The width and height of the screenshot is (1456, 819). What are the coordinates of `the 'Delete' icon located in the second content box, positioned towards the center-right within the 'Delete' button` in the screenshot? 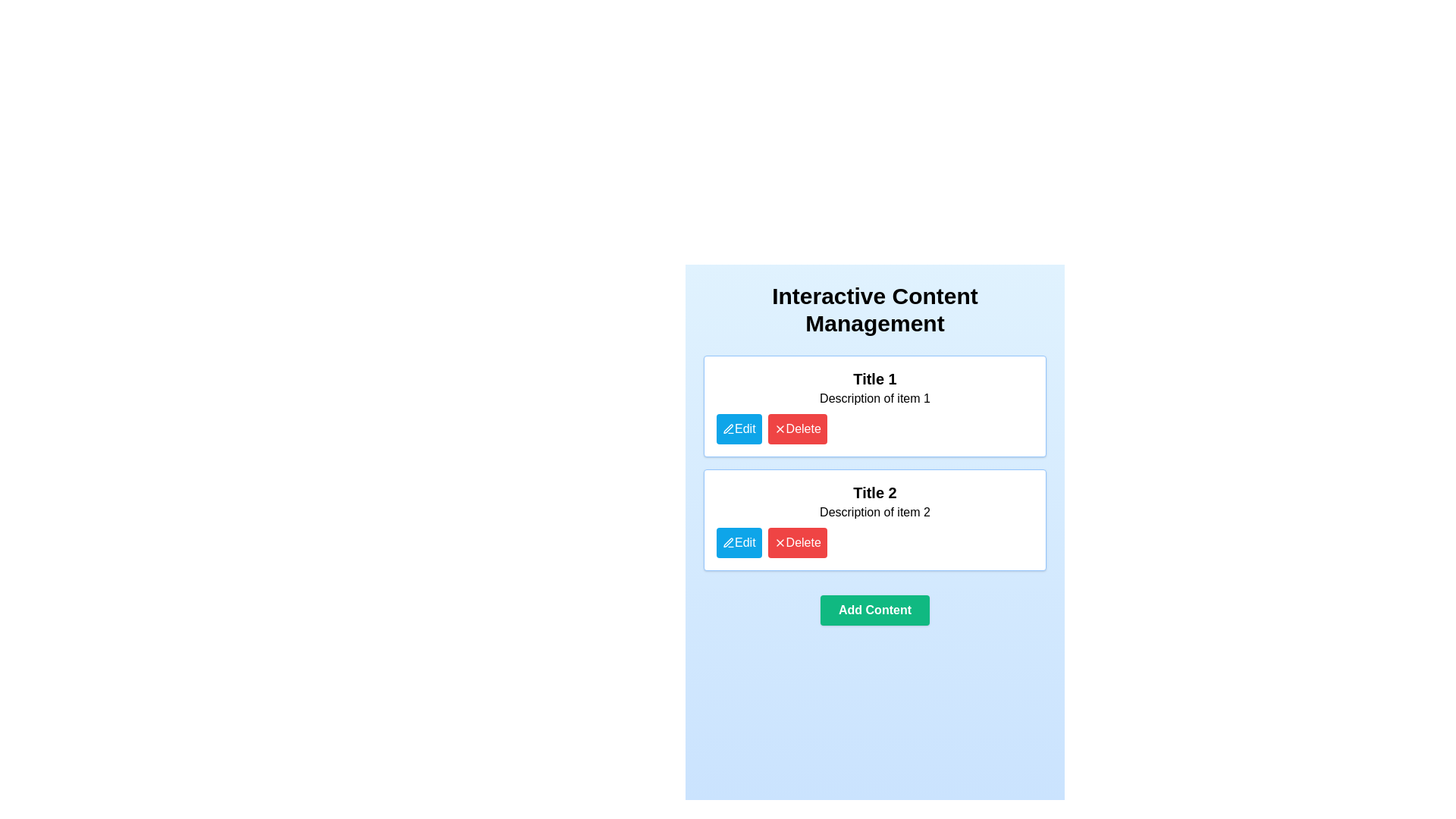 It's located at (780, 542).